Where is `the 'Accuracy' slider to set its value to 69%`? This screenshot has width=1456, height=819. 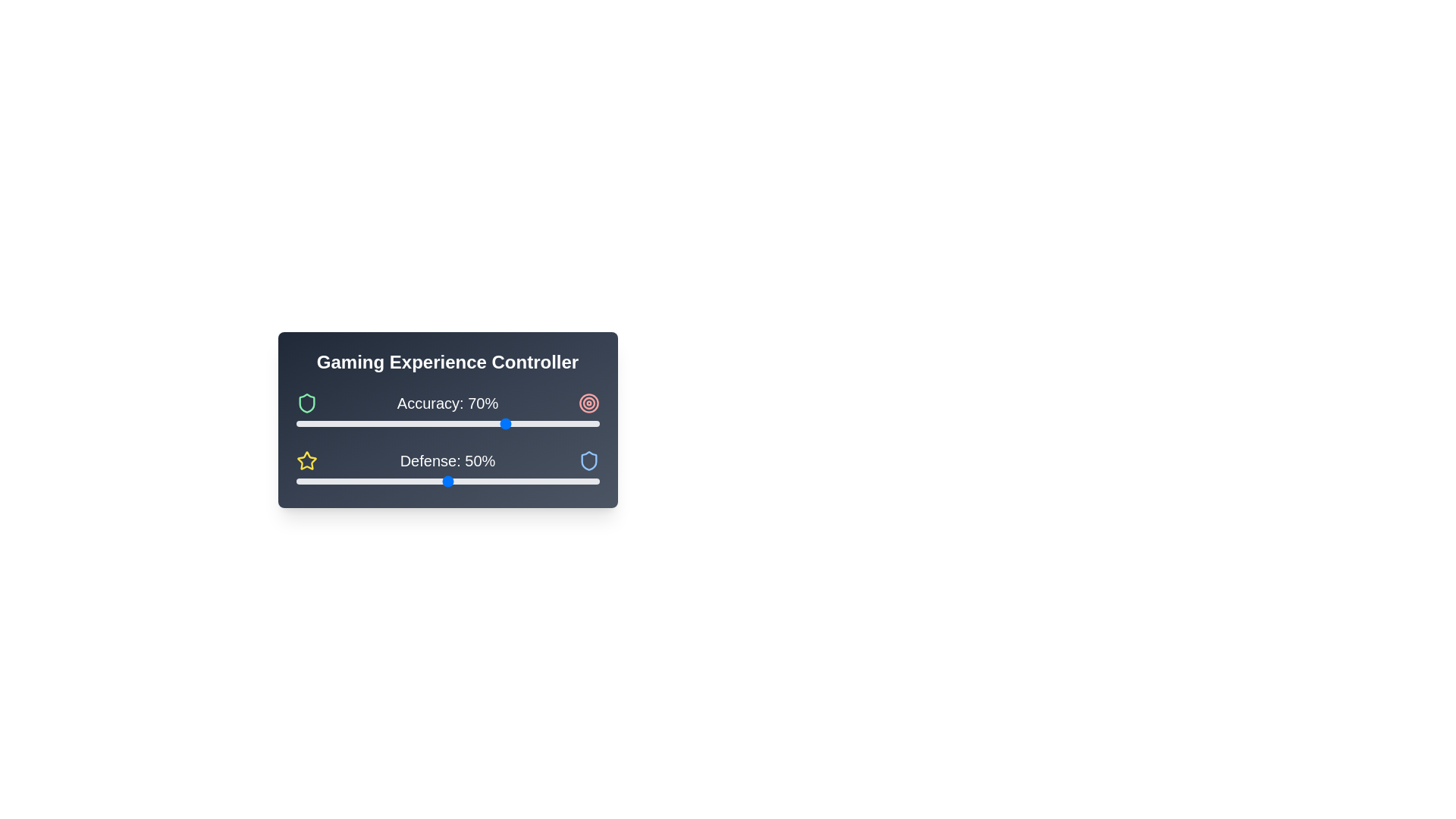
the 'Accuracy' slider to set its value to 69% is located at coordinates (505, 424).